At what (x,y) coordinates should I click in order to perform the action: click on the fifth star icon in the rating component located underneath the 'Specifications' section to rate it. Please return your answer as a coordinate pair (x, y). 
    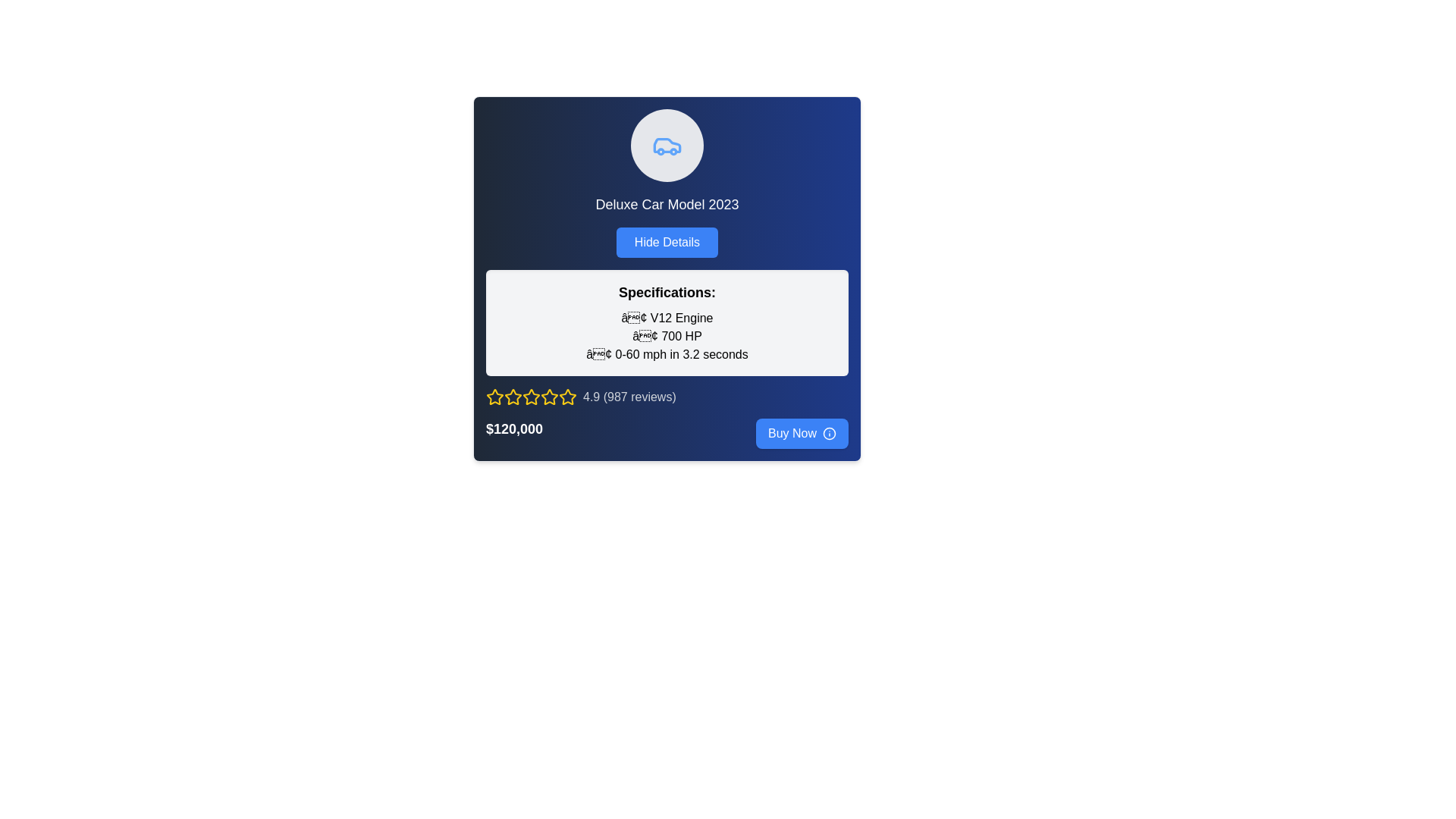
    Looking at the image, I should click on (566, 397).